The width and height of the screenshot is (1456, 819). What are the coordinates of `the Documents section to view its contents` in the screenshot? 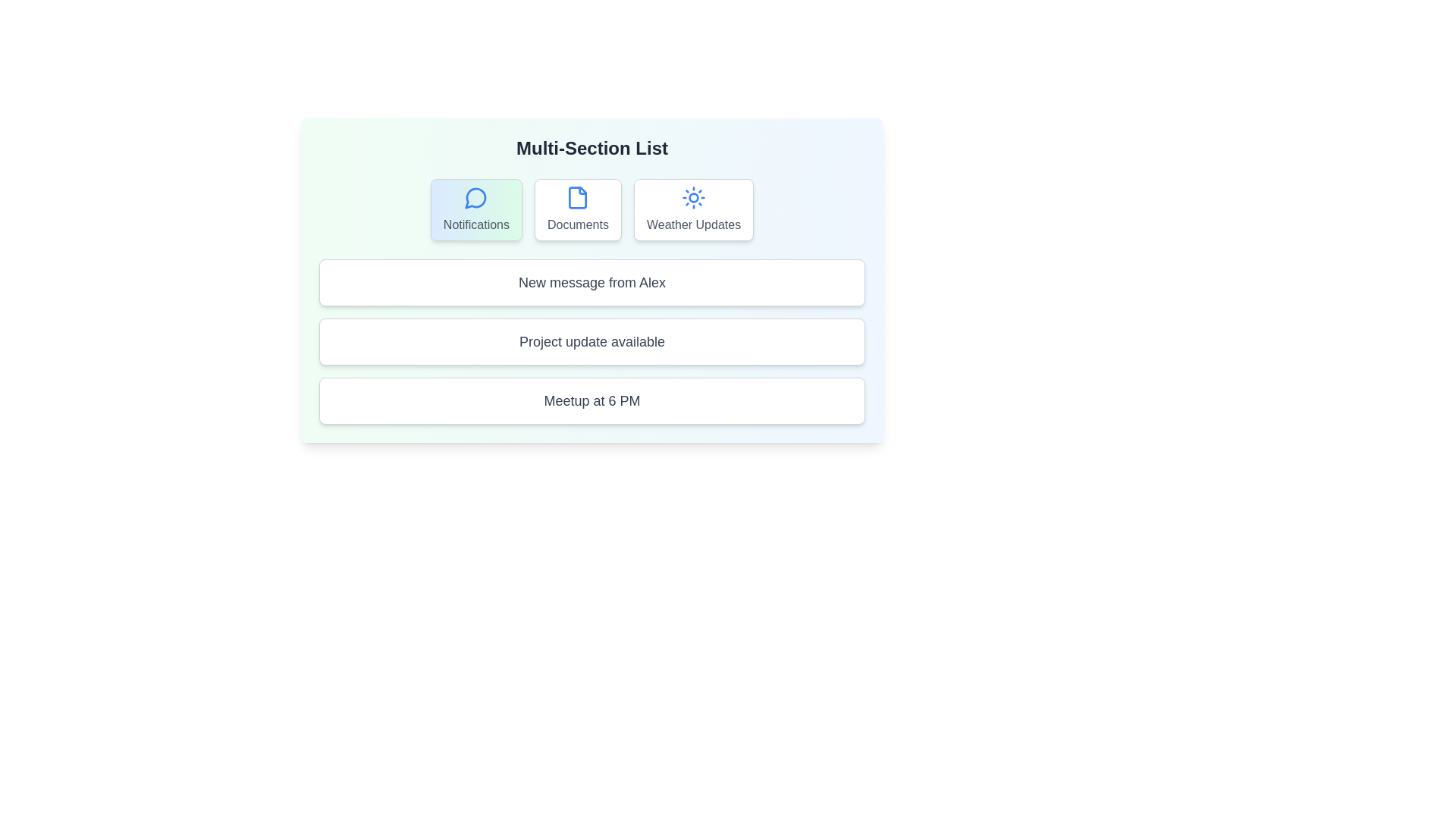 It's located at (577, 210).